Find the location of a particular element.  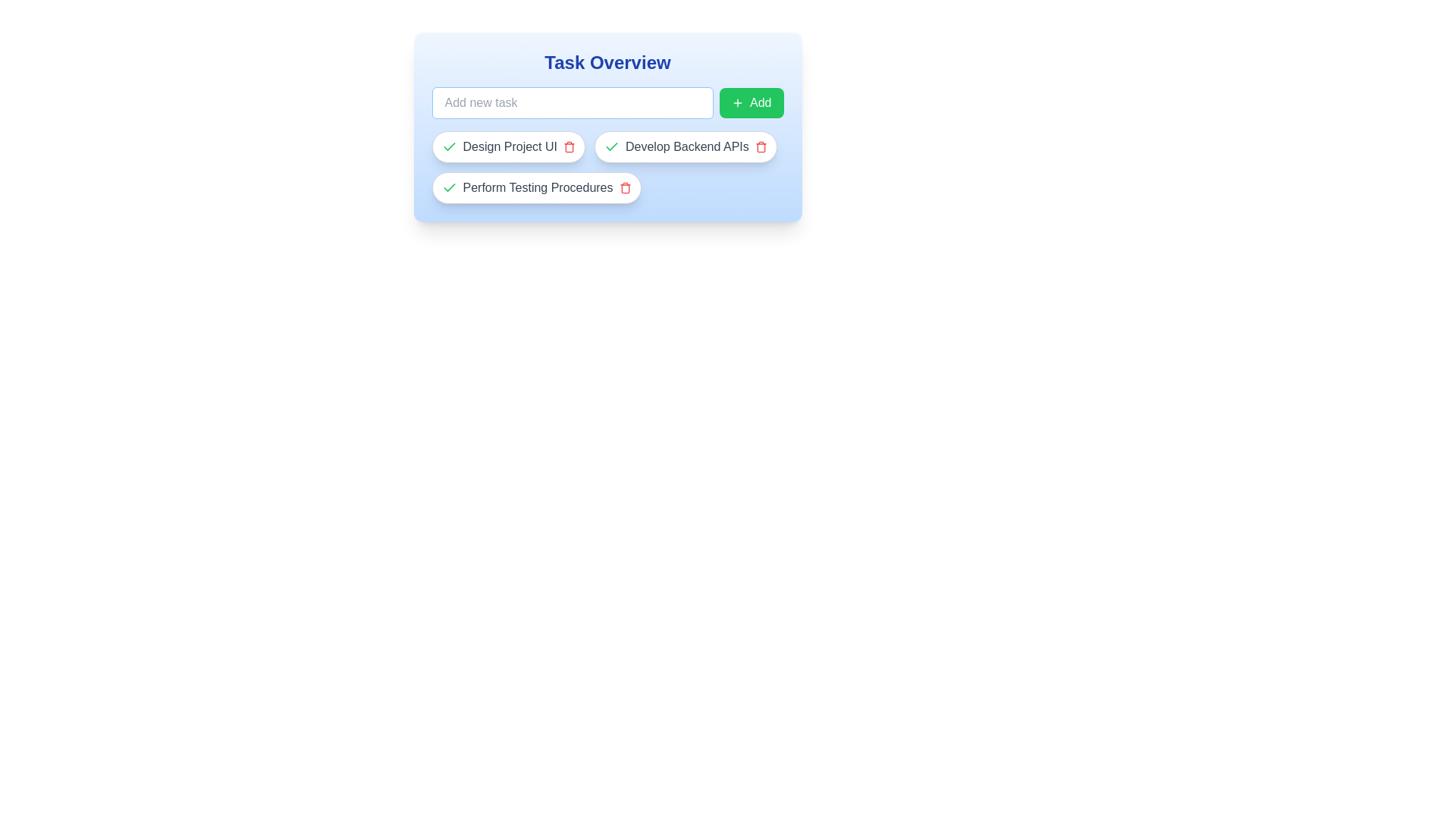

the trash icon next to the task labeled Design Project UI to remove it is located at coordinates (568, 146).